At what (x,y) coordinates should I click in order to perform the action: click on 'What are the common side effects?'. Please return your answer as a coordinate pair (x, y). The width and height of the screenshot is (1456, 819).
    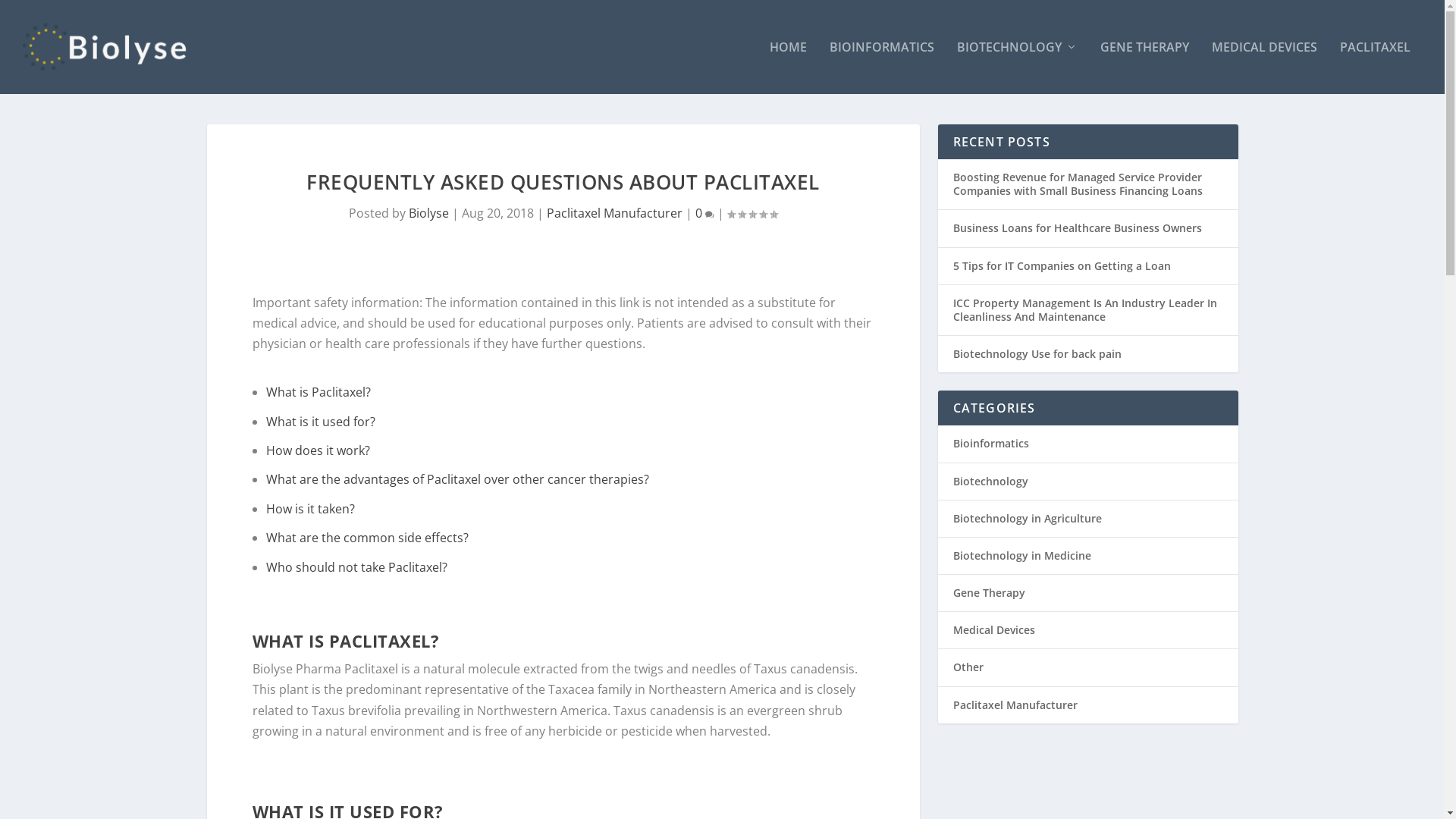
    Looking at the image, I should click on (367, 537).